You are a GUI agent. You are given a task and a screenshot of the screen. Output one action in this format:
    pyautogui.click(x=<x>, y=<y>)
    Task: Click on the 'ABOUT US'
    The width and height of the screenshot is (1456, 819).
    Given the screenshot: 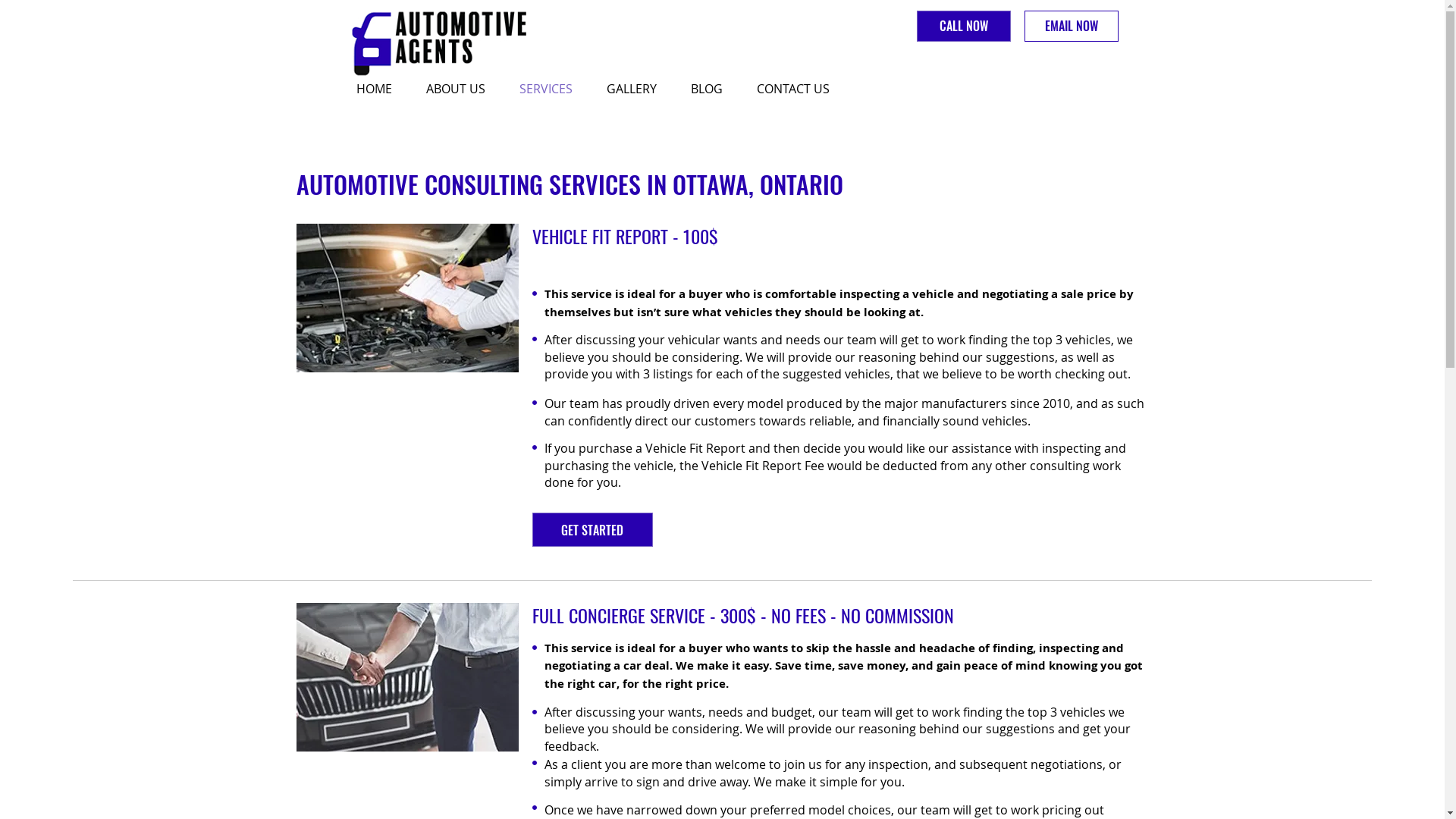 What is the action you would take?
    pyautogui.click(x=460, y=88)
    